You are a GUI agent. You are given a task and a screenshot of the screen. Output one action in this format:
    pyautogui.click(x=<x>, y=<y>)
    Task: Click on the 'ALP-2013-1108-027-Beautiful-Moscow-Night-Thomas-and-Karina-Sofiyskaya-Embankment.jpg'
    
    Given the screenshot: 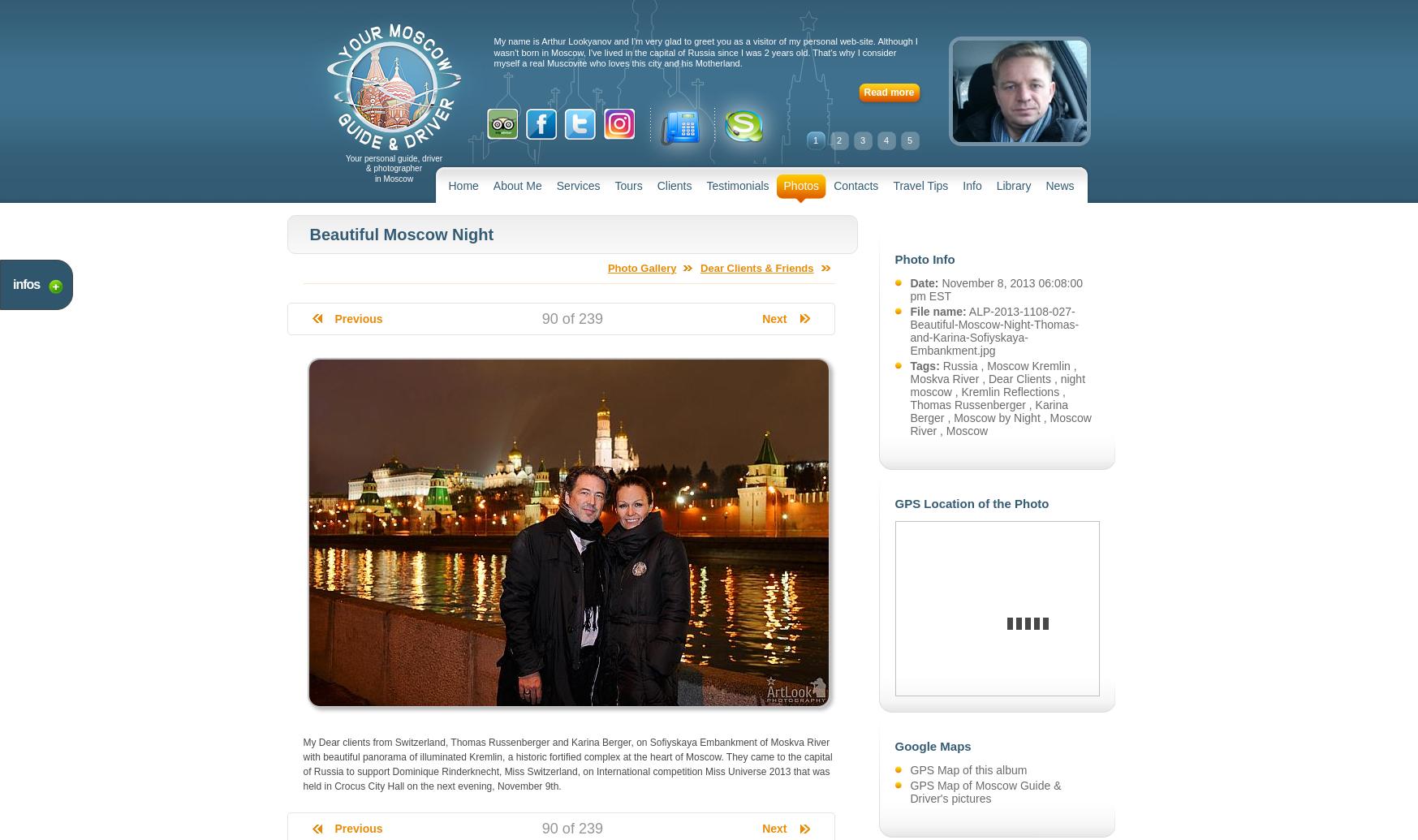 What is the action you would take?
    pyautogui.click(x=993, y=330)
    